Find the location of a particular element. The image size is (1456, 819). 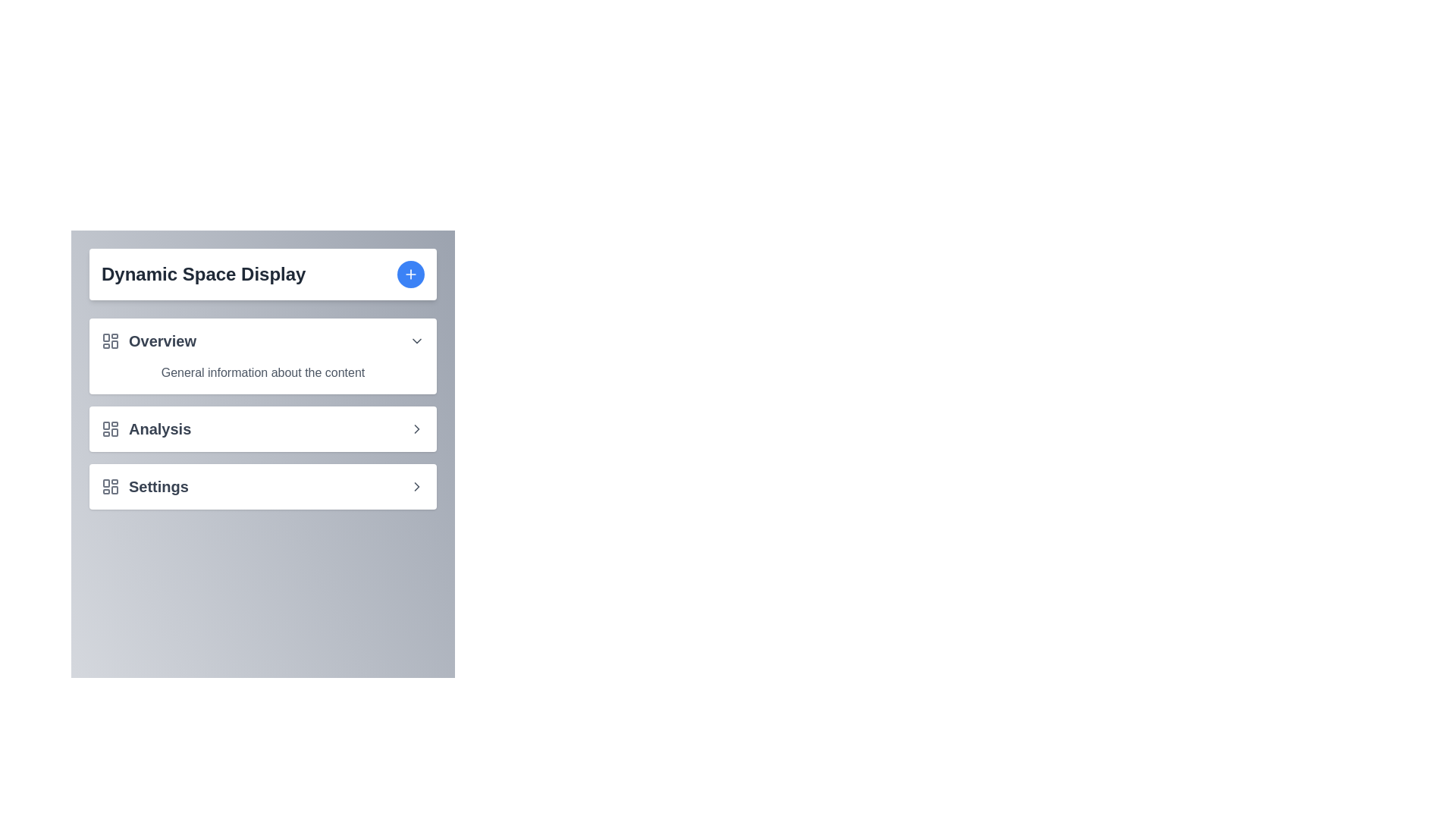

the icon next to the 'Overview' menu item is located at coordinates (417, 341).